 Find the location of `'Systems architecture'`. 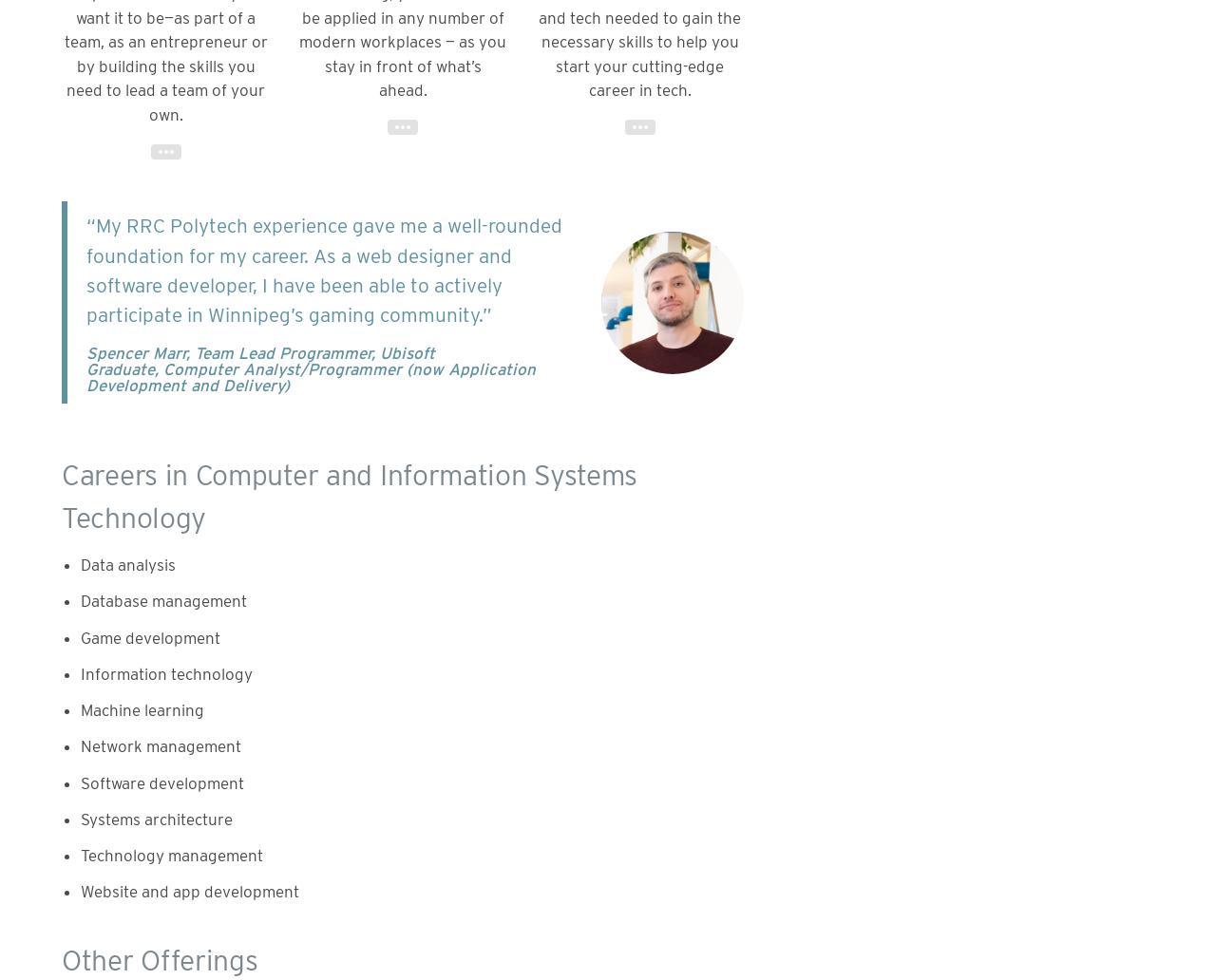

'Systems architecture' is located at coordinates (79, 819).